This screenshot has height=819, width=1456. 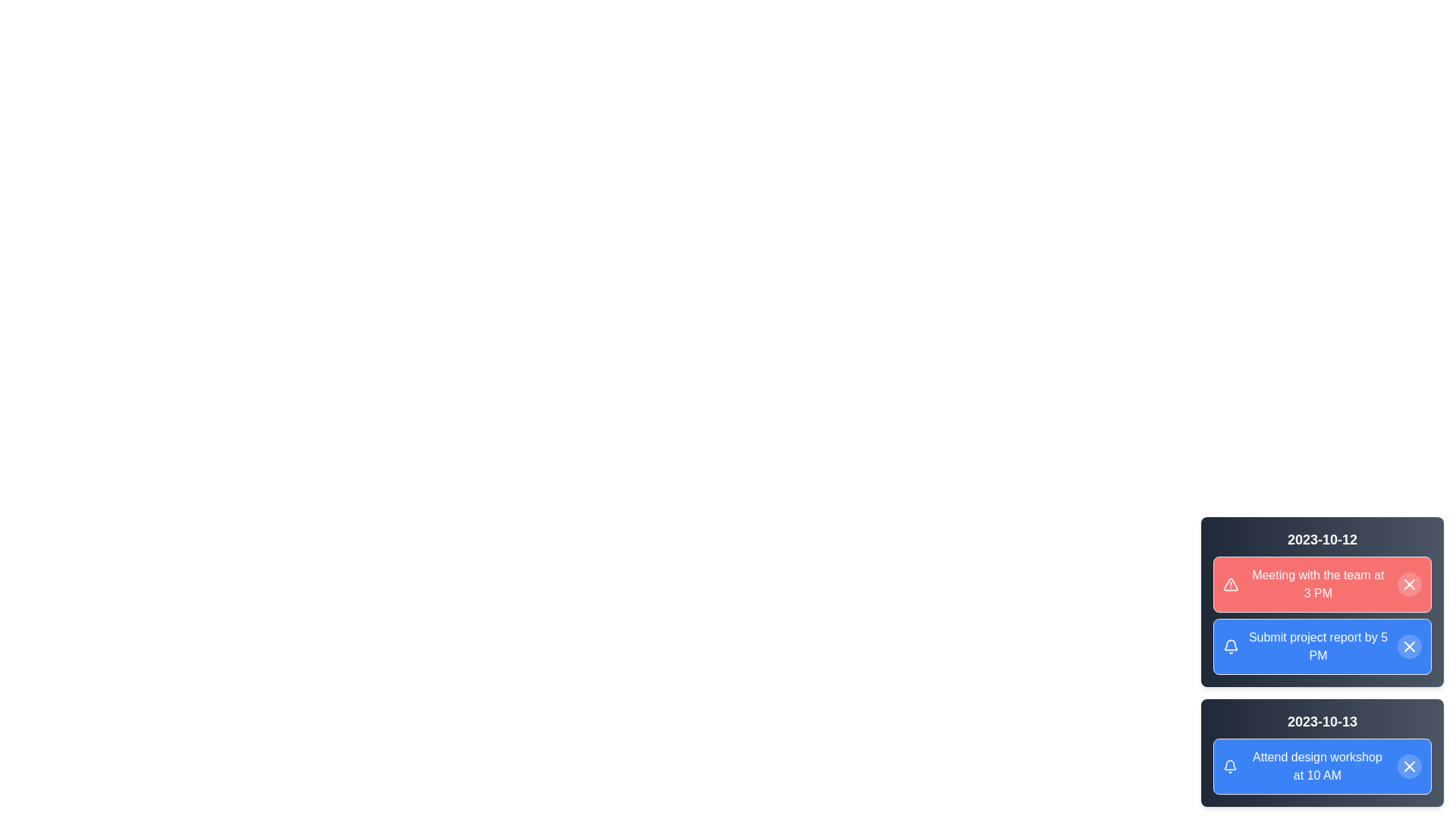 I want to click on the notification panel header to interact with it, so click(x=1321, y=539).